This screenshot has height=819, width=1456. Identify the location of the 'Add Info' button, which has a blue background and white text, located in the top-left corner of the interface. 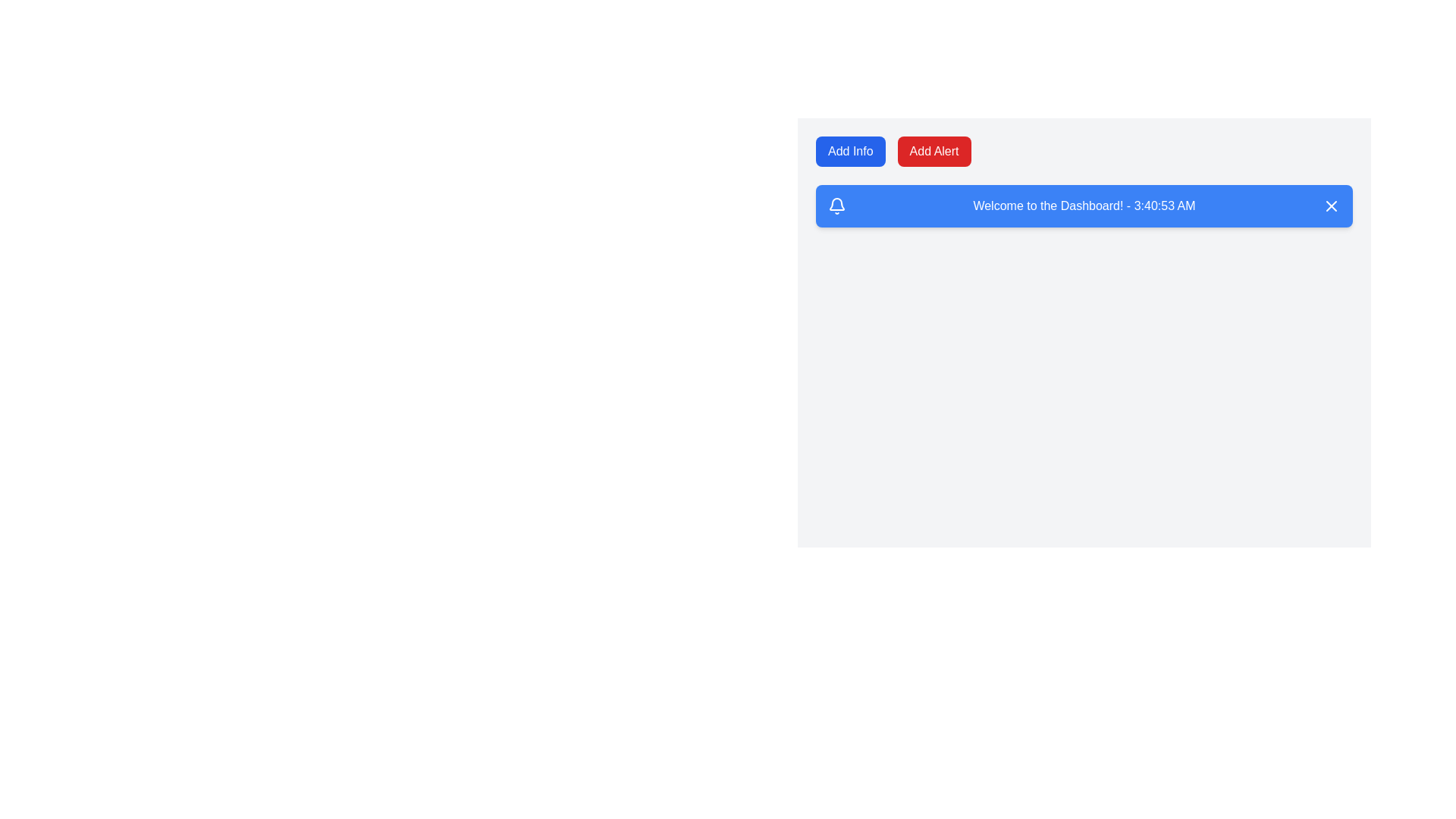
(850, 152).